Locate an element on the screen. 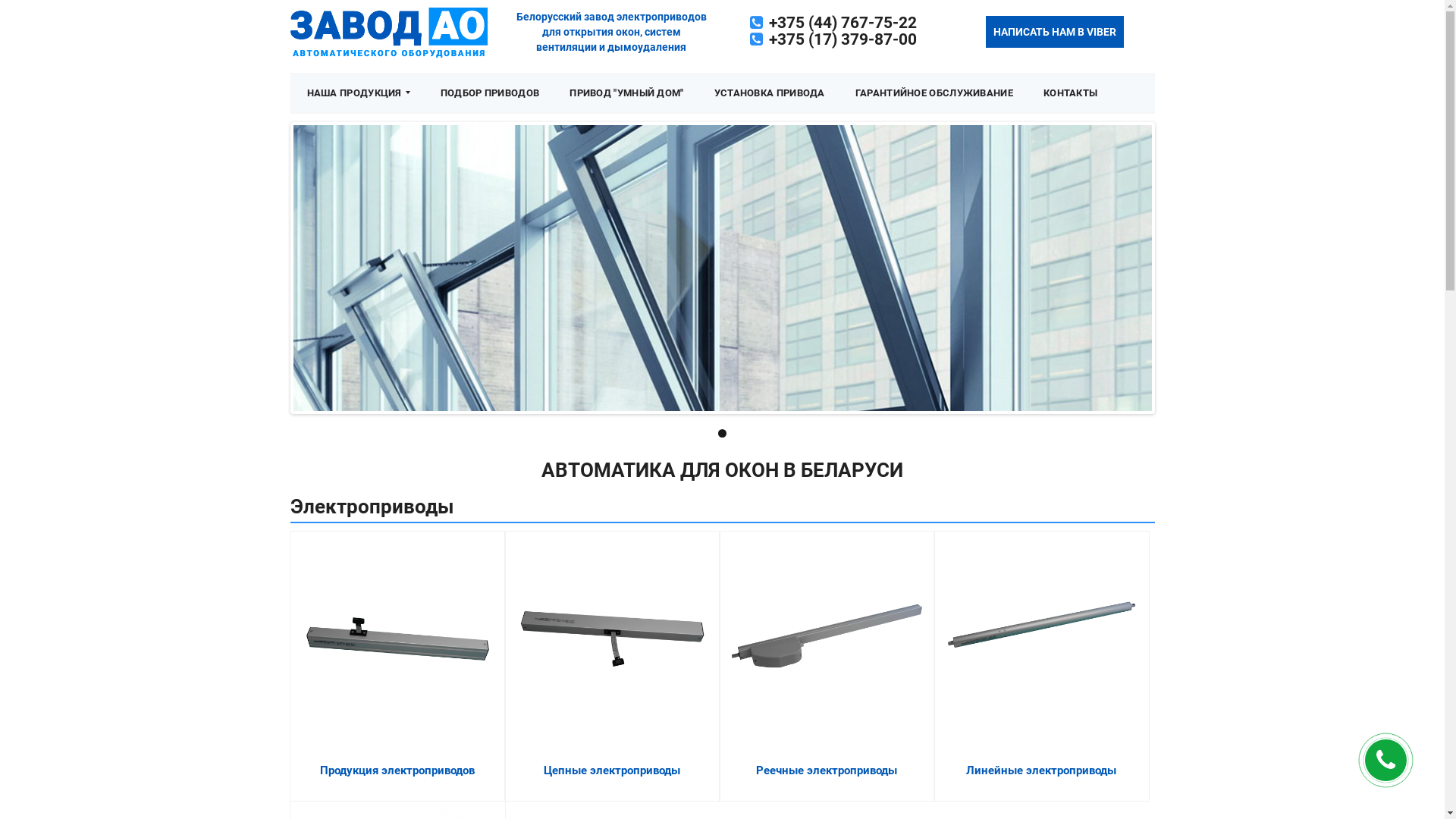 Image resolution: width=1456 pixels, height=819 pixels. '+375 (44) 767-75-22' is located at coordinates (842, 23).